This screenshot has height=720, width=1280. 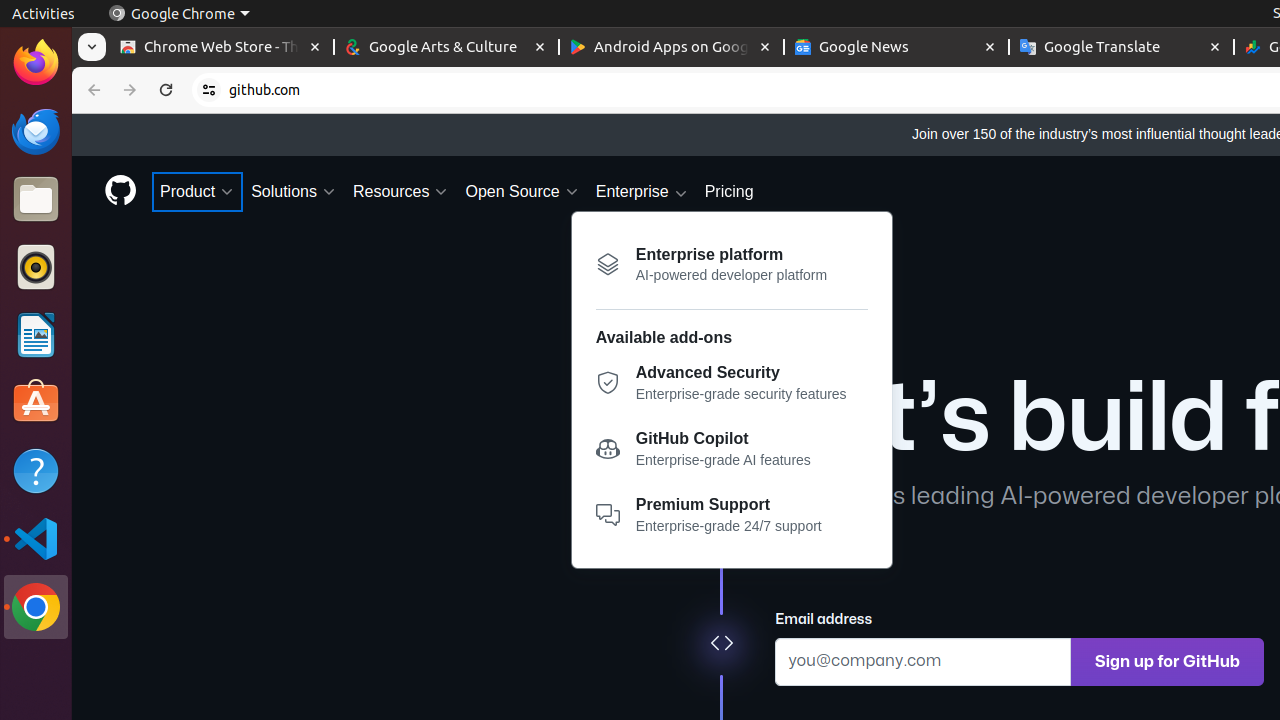 What do you see at coordinates (35, 265) in the screenshot?
I see `'Rhythmbox'` at bounding box center [35, 265].